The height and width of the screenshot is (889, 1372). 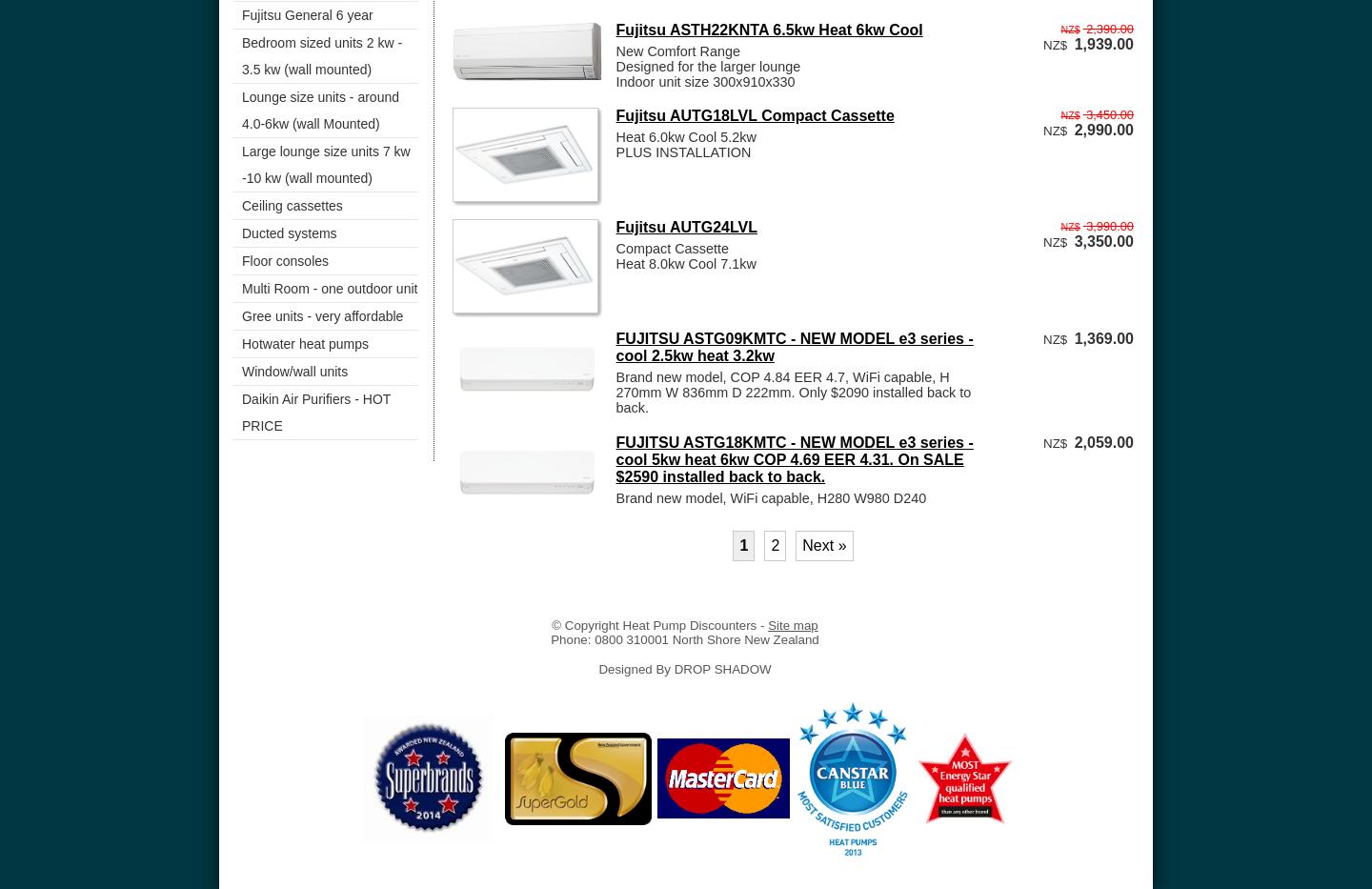 What do you see at coordinates (685, 135) in the screenshot?
I see `'Heat 6.0kw Cool 5.2kw'` at bounding box center [685, 135].